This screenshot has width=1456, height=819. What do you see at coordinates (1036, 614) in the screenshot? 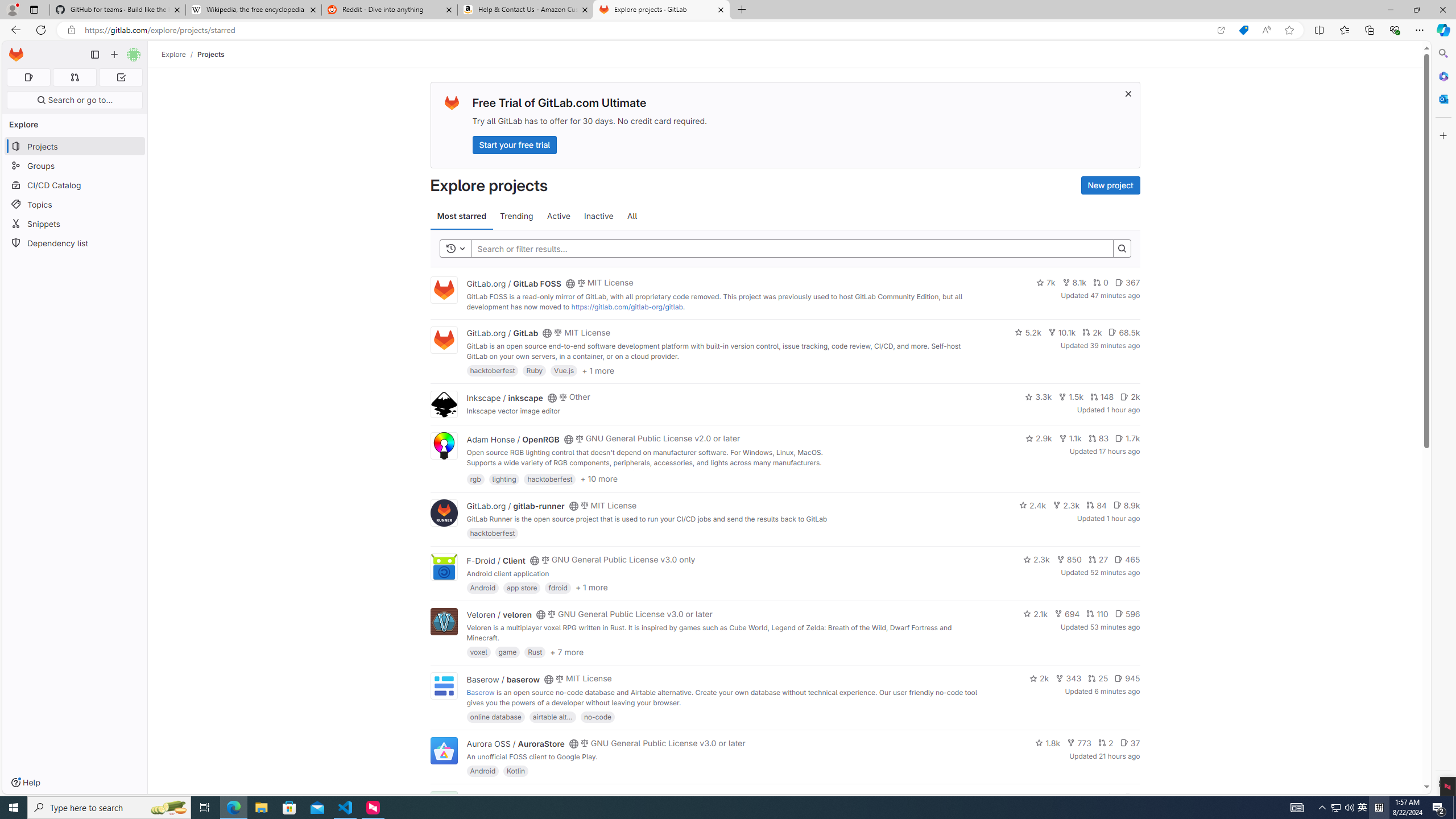
I see `'2.1k'` at bounding box center [1036, 614].